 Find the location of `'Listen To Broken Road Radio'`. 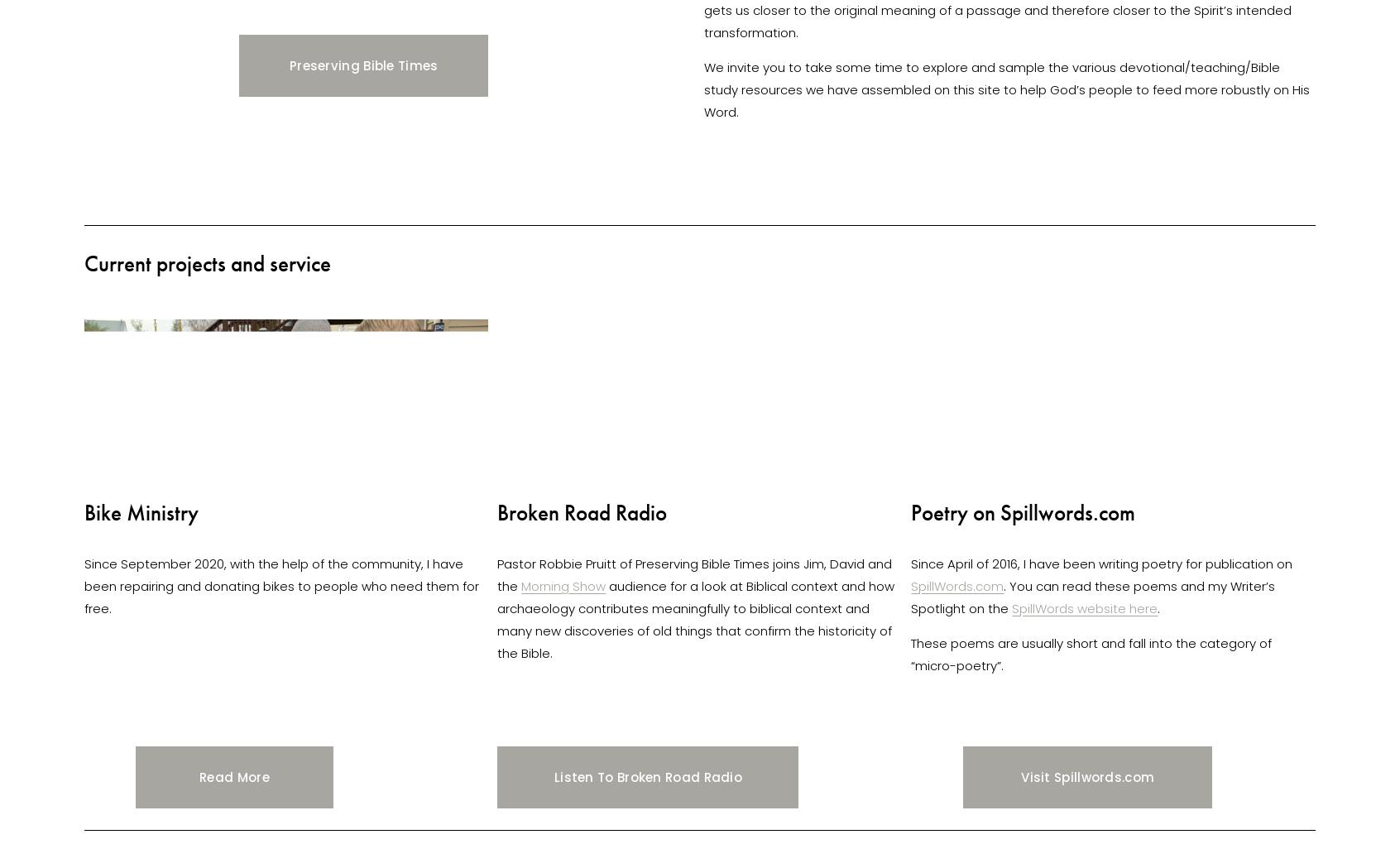

'Listen To Broken Road Radio' is located at coordinates (648, 775).